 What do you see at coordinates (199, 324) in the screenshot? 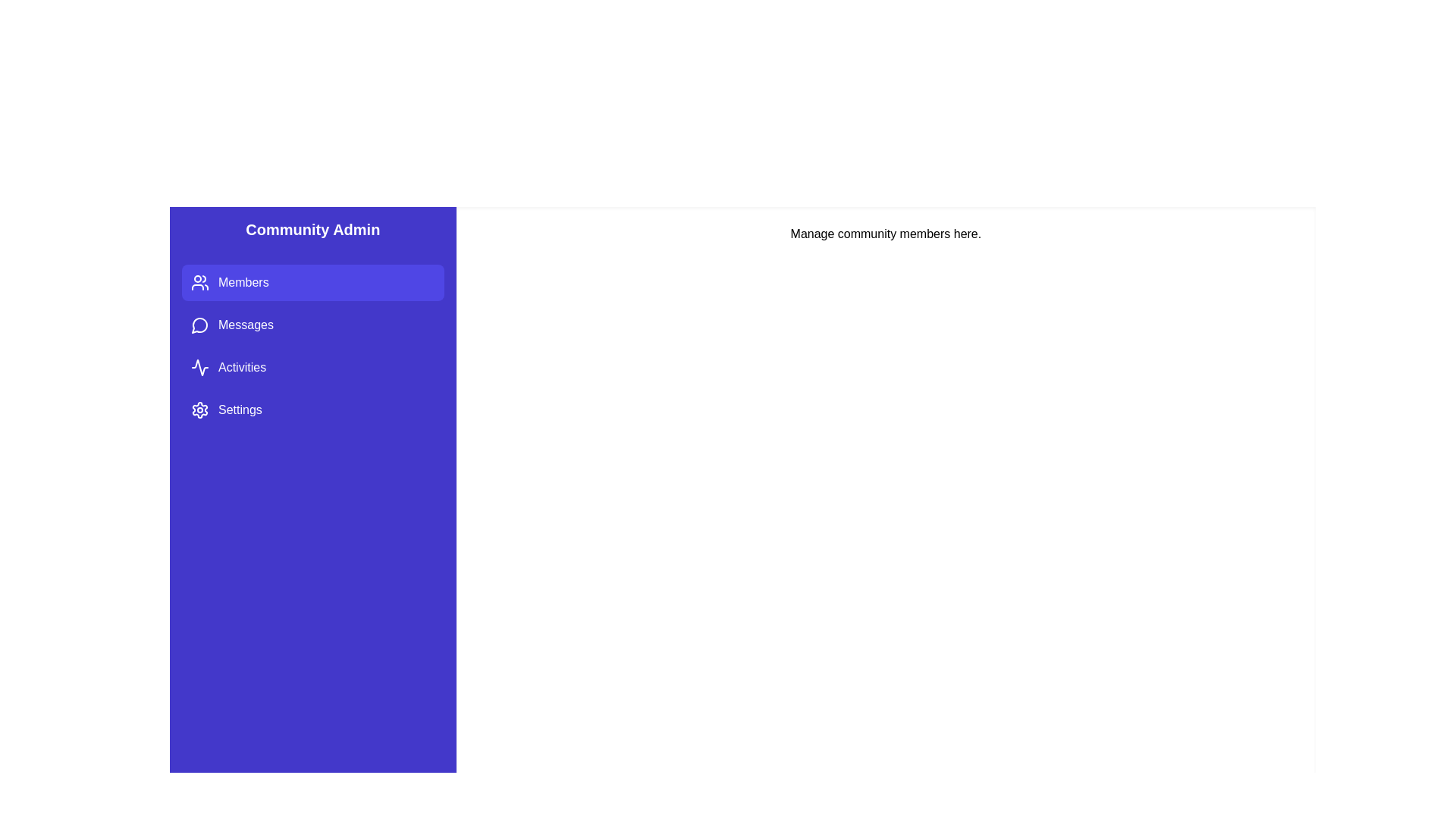
I see `the circular icon featuring a speech bubble graphic located in the sidebar menu to the left of the 'Messages' text` at bounding box center [199, 324].